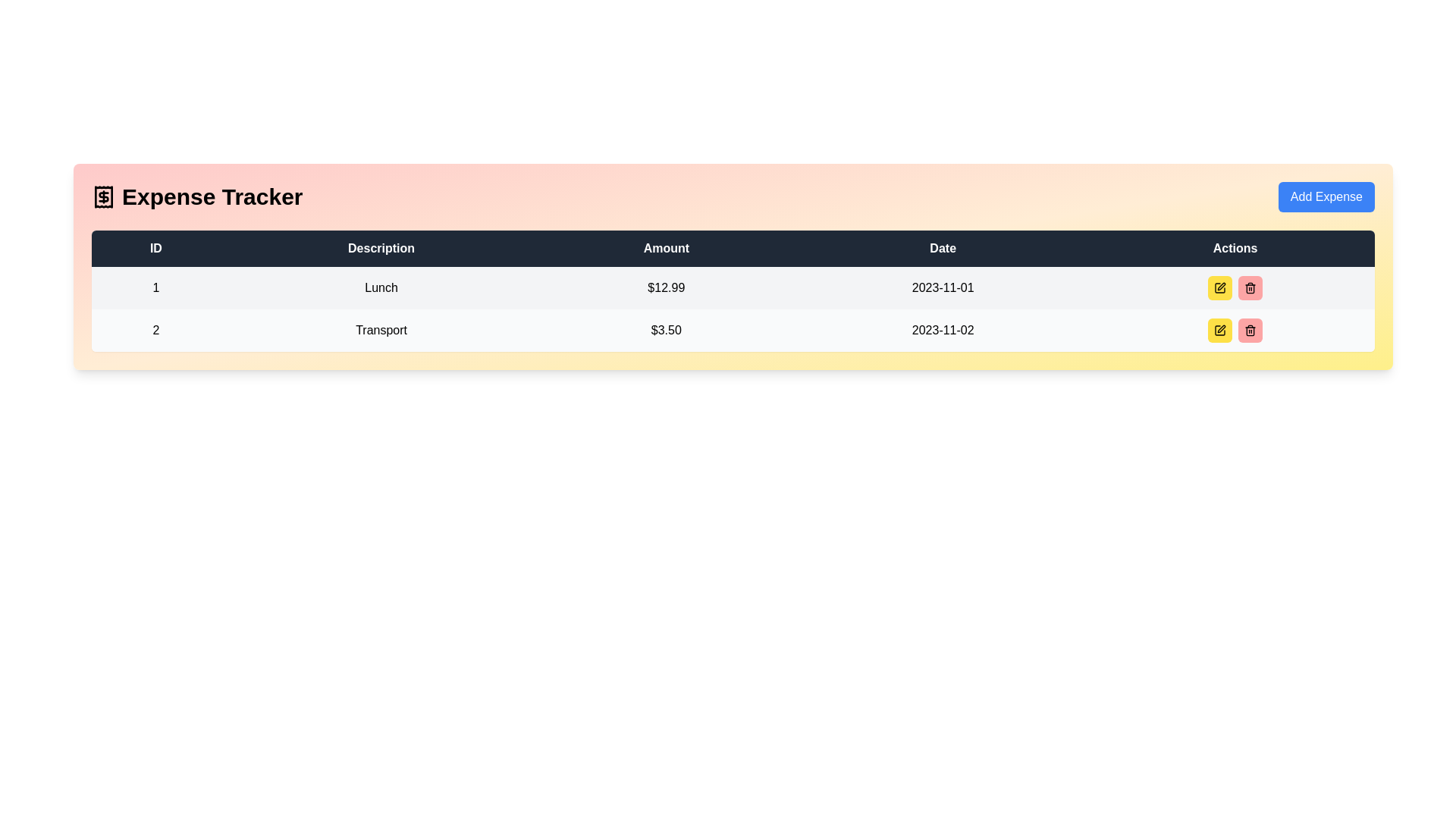 The width and height of the screenshot is (1456, 819). I want to click on the text display in the fourth column of the second row that shows the date associated with the record, so click(942, 329).